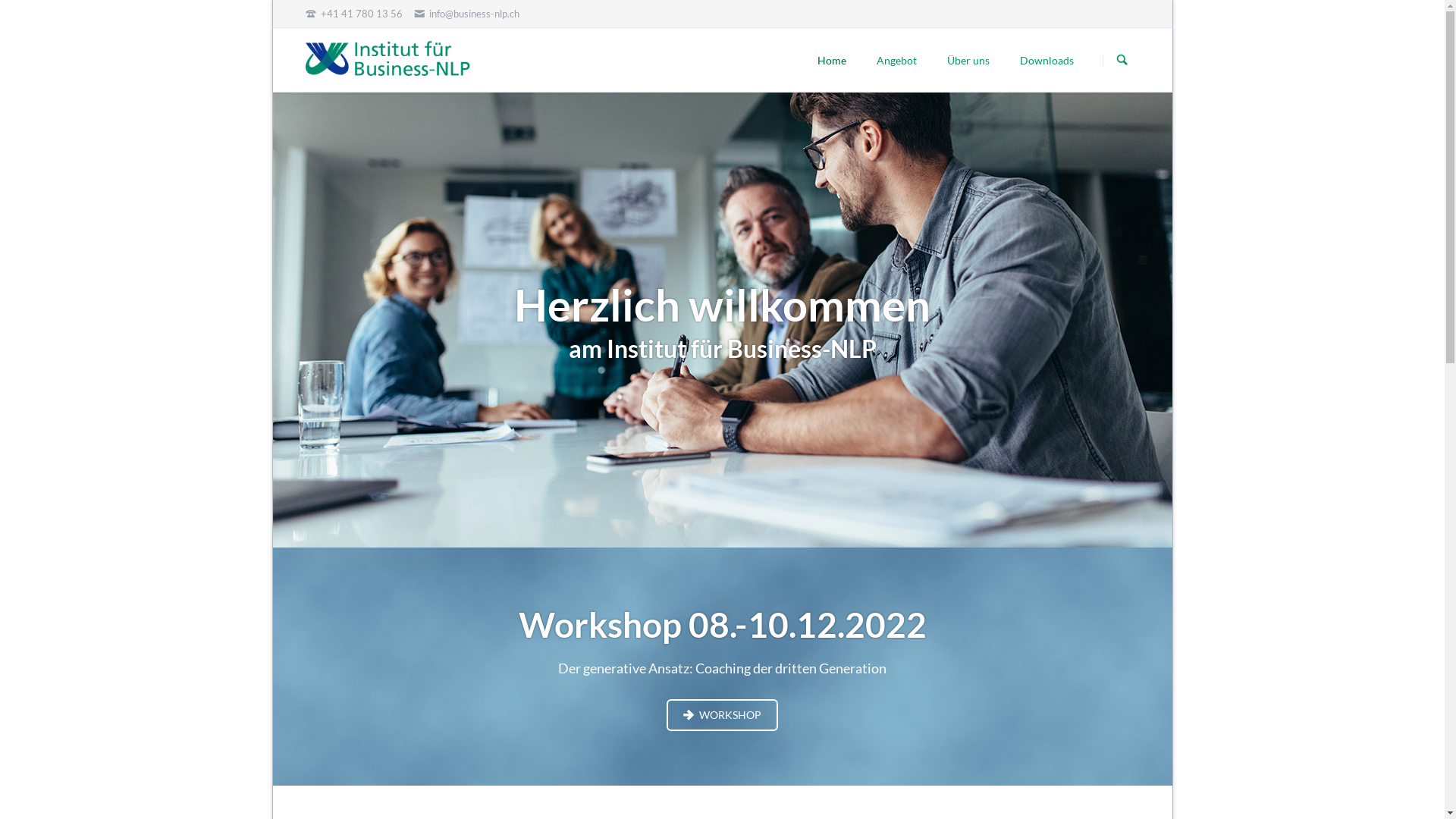 The width and height of the screenshot is (1456, 819). What do you see at coordinates (353, 14) in the screenshot?
I see `'+41 41 780 13 56'` at bounding box center [353, 14].